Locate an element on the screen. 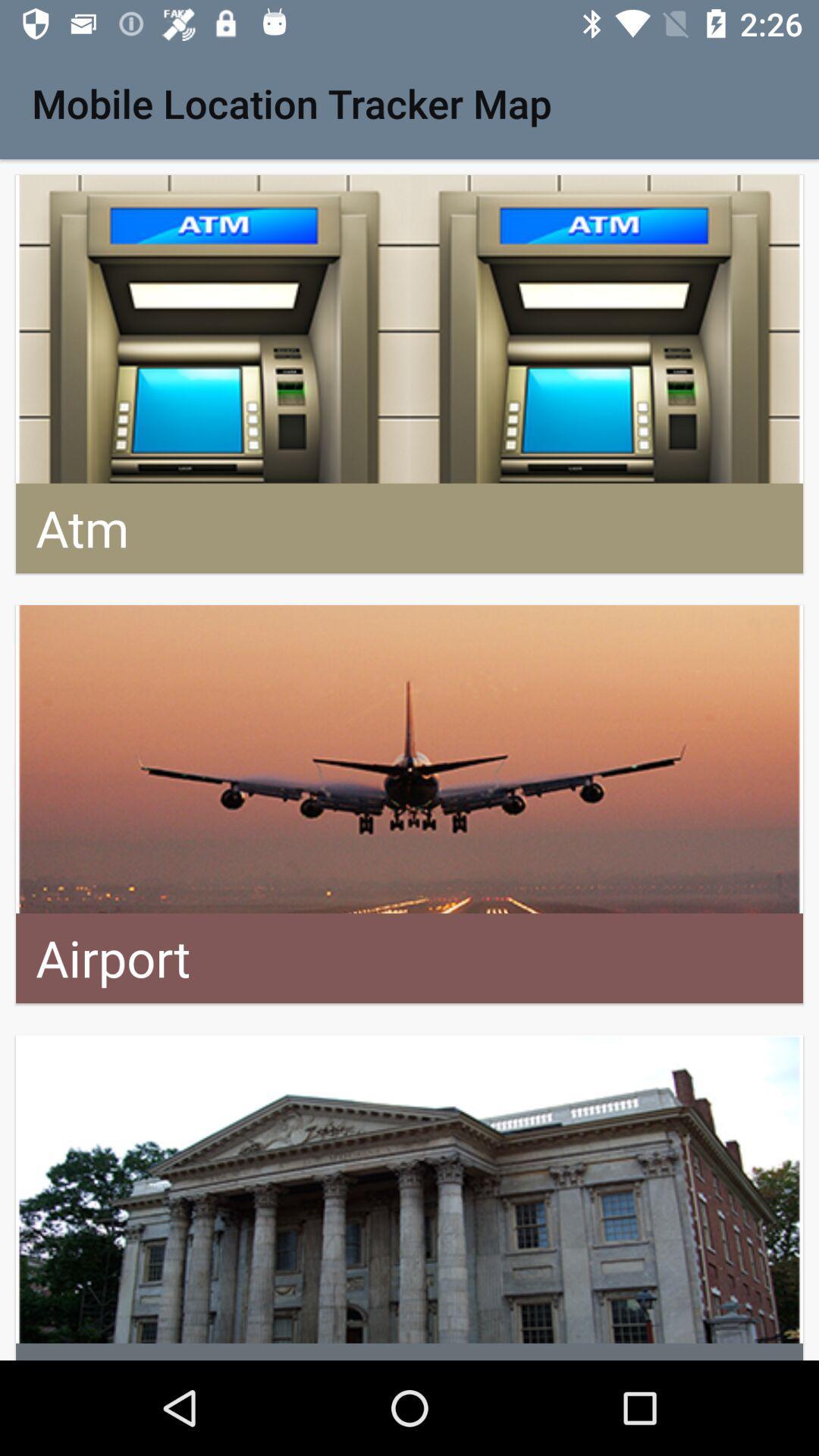  building is located at coordinates (409, 1197).